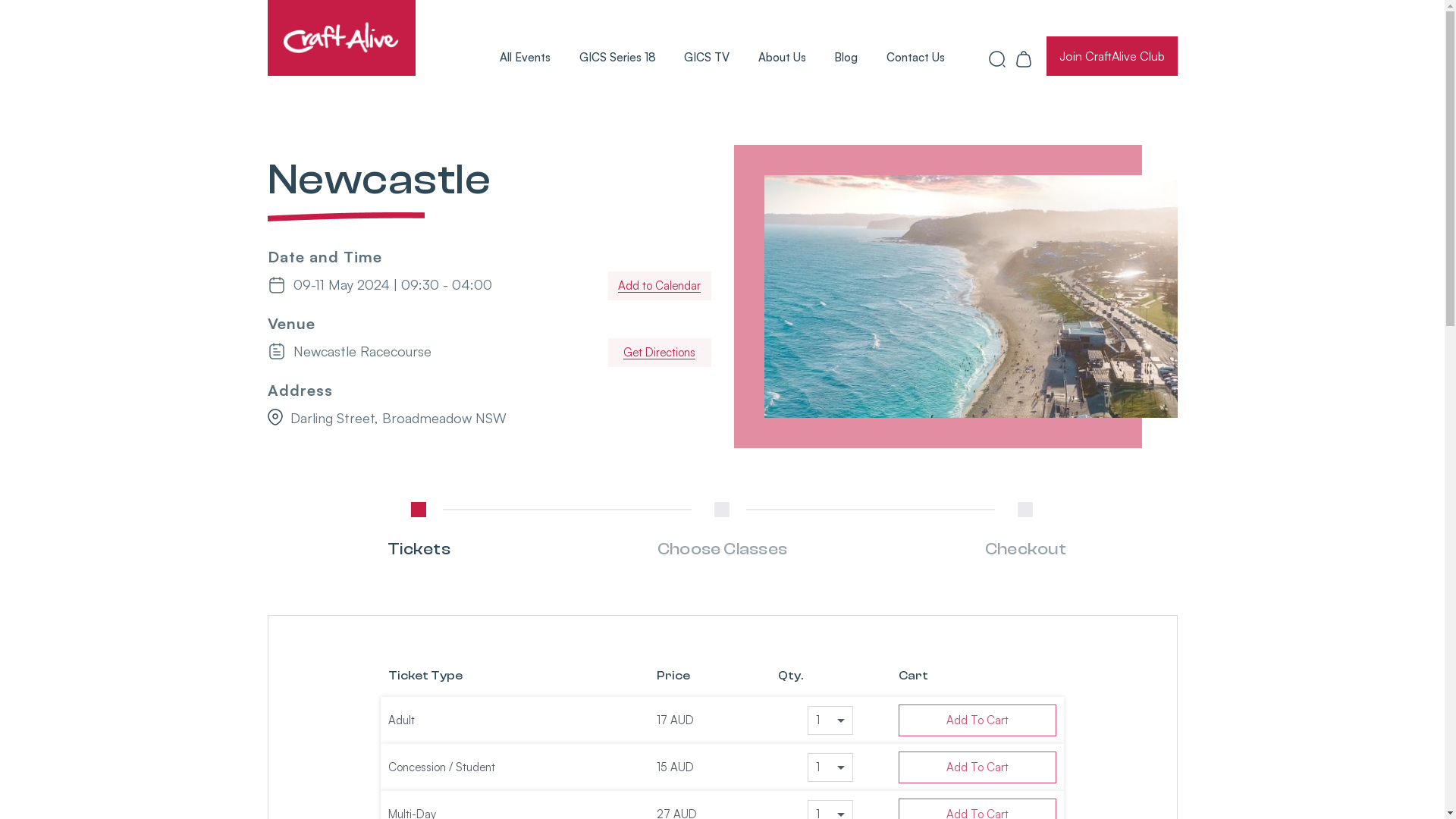 This screenshot has width=1456, height=819. What do you see at coordinates (915, 57) in the screenshot?
I see `'Contact Us'` at bounding box center [915, 57].